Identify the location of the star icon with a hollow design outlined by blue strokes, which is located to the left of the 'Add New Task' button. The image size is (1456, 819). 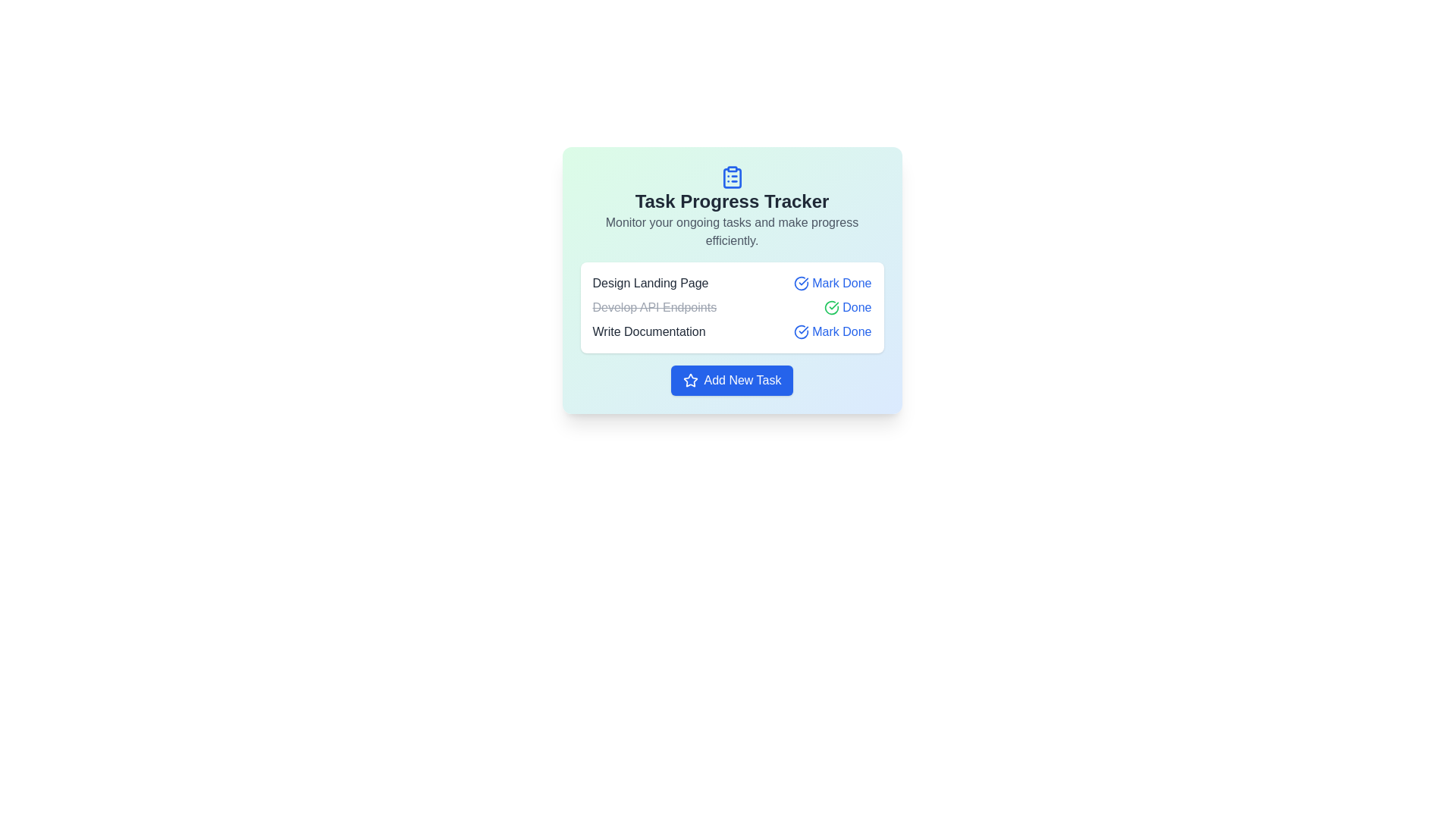
(689, 379).